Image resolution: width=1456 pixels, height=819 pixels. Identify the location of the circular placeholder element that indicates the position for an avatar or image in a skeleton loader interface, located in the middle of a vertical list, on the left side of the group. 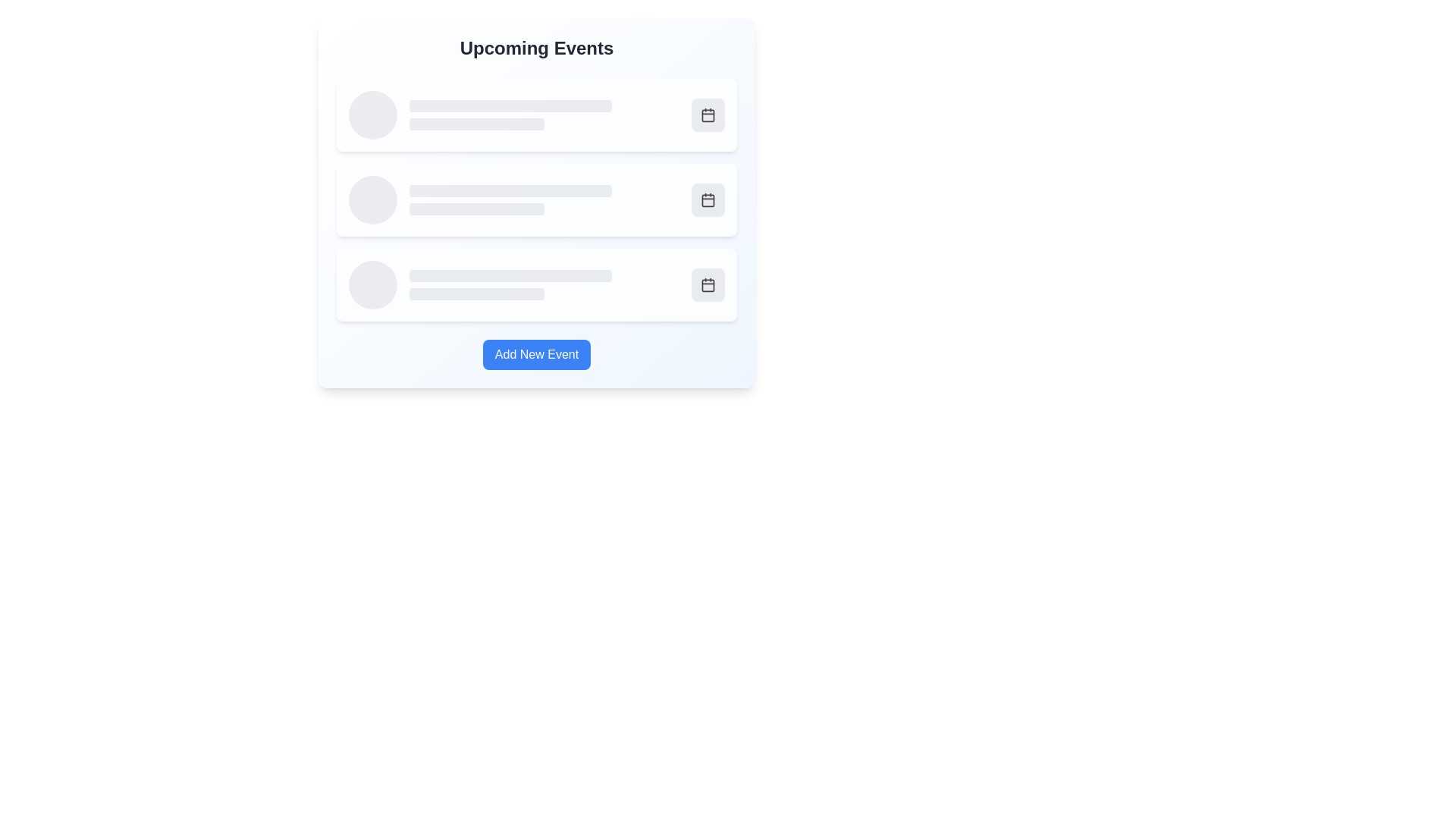
(372, 199).